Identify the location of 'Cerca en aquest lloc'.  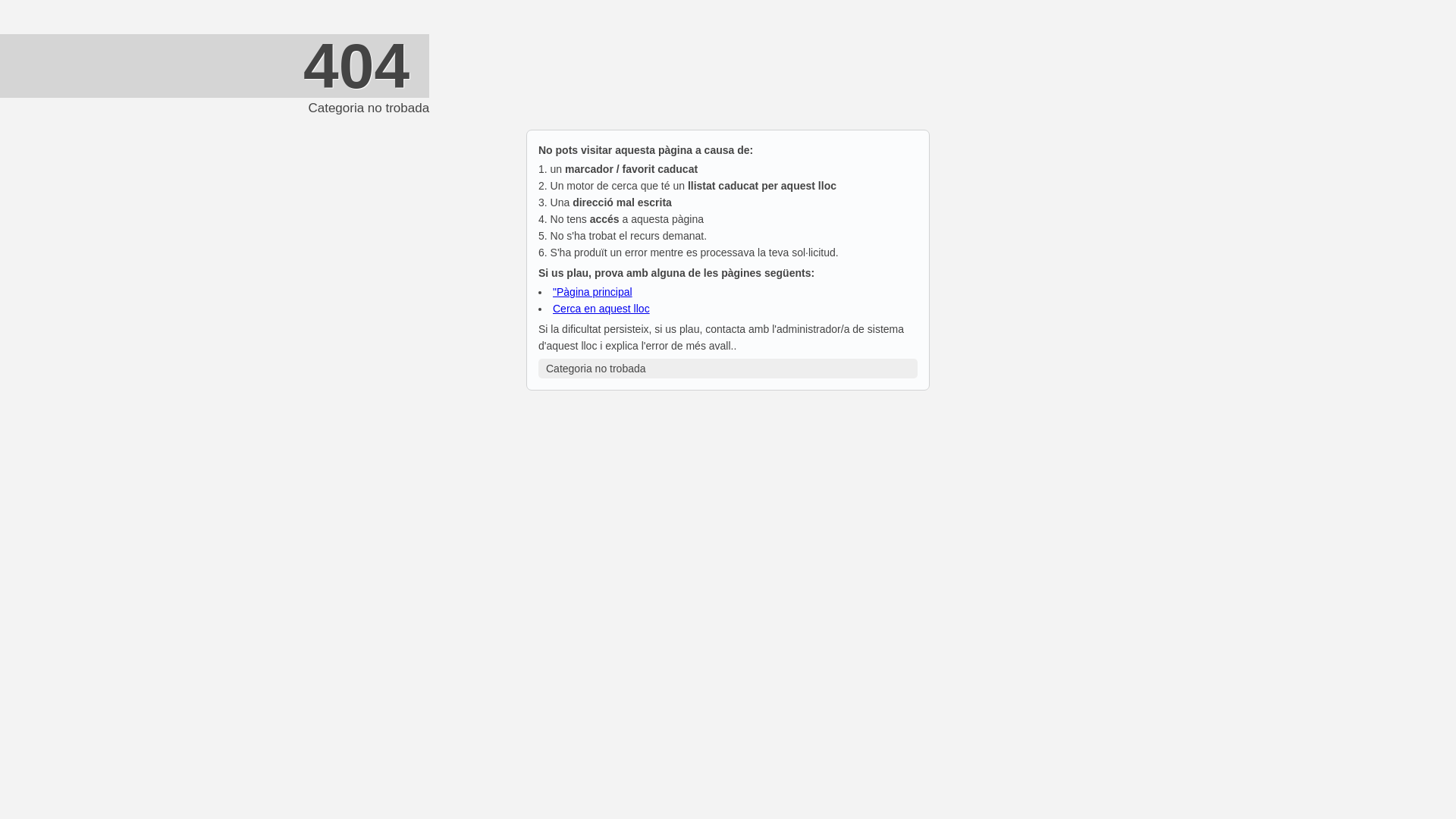
(552, 308).